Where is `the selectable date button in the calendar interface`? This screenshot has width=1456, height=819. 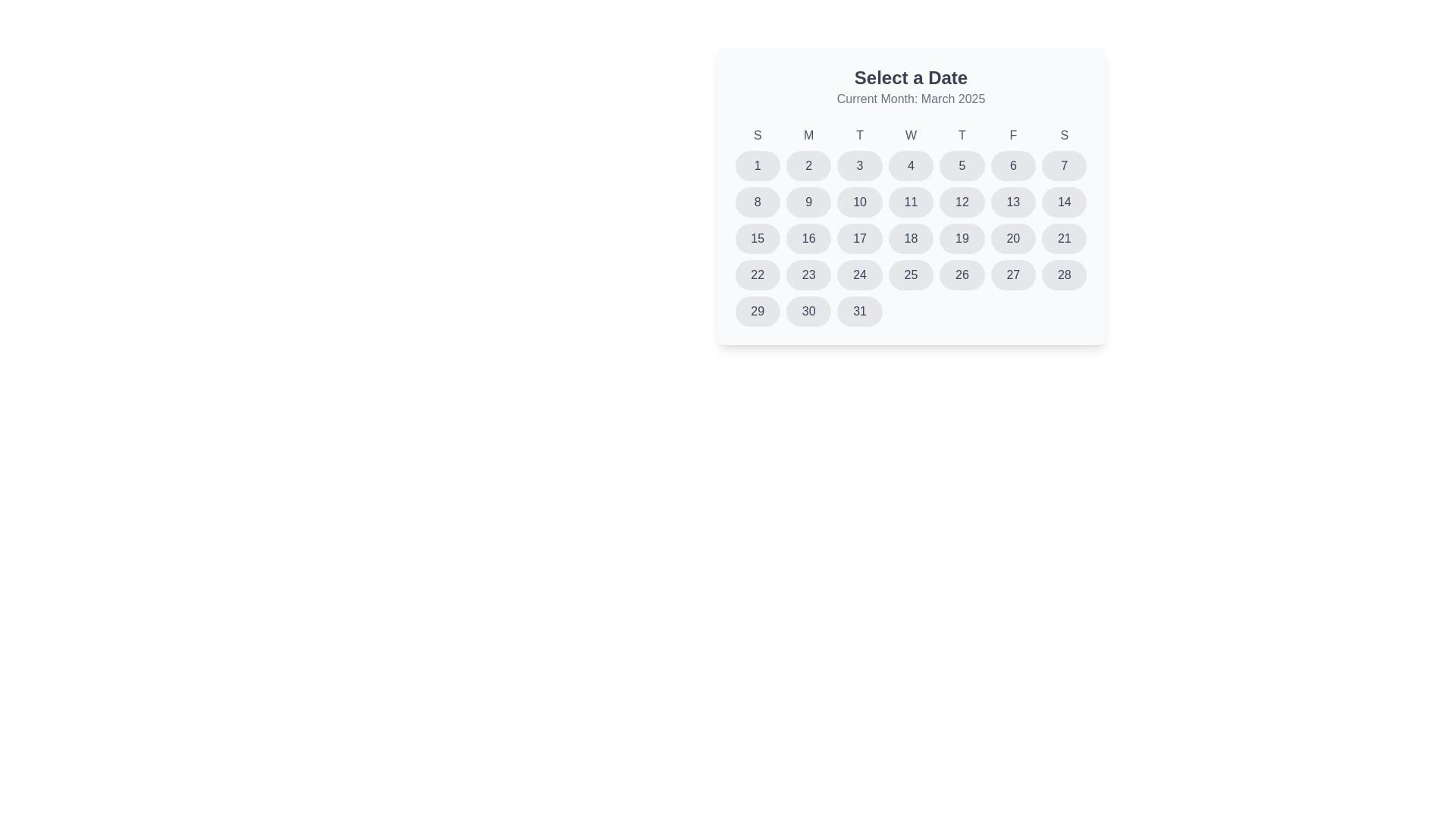
the selectable date button in the calendar interface is located at coordinates (961, 275).